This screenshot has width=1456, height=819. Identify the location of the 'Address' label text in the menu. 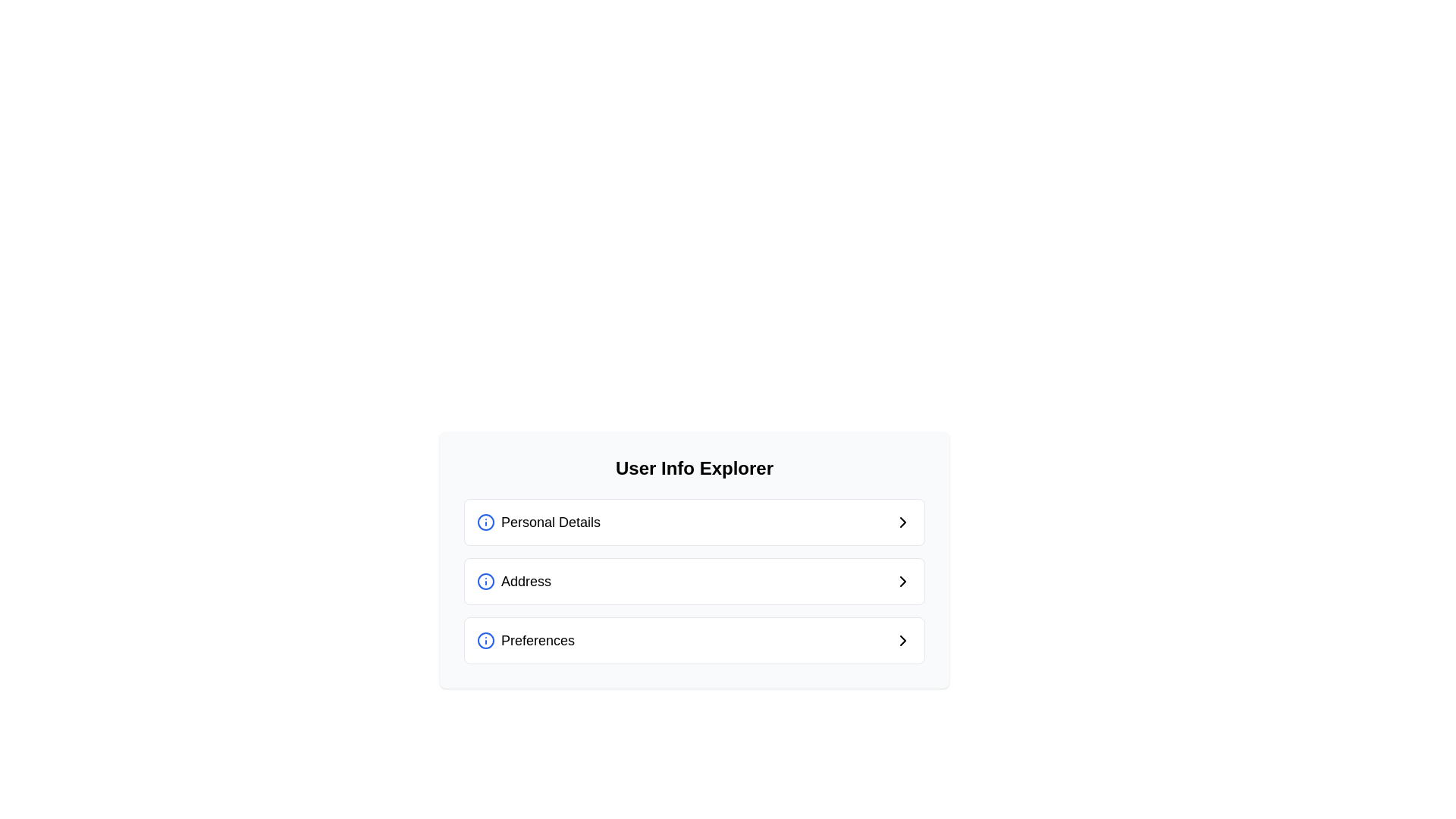
(526, 581).